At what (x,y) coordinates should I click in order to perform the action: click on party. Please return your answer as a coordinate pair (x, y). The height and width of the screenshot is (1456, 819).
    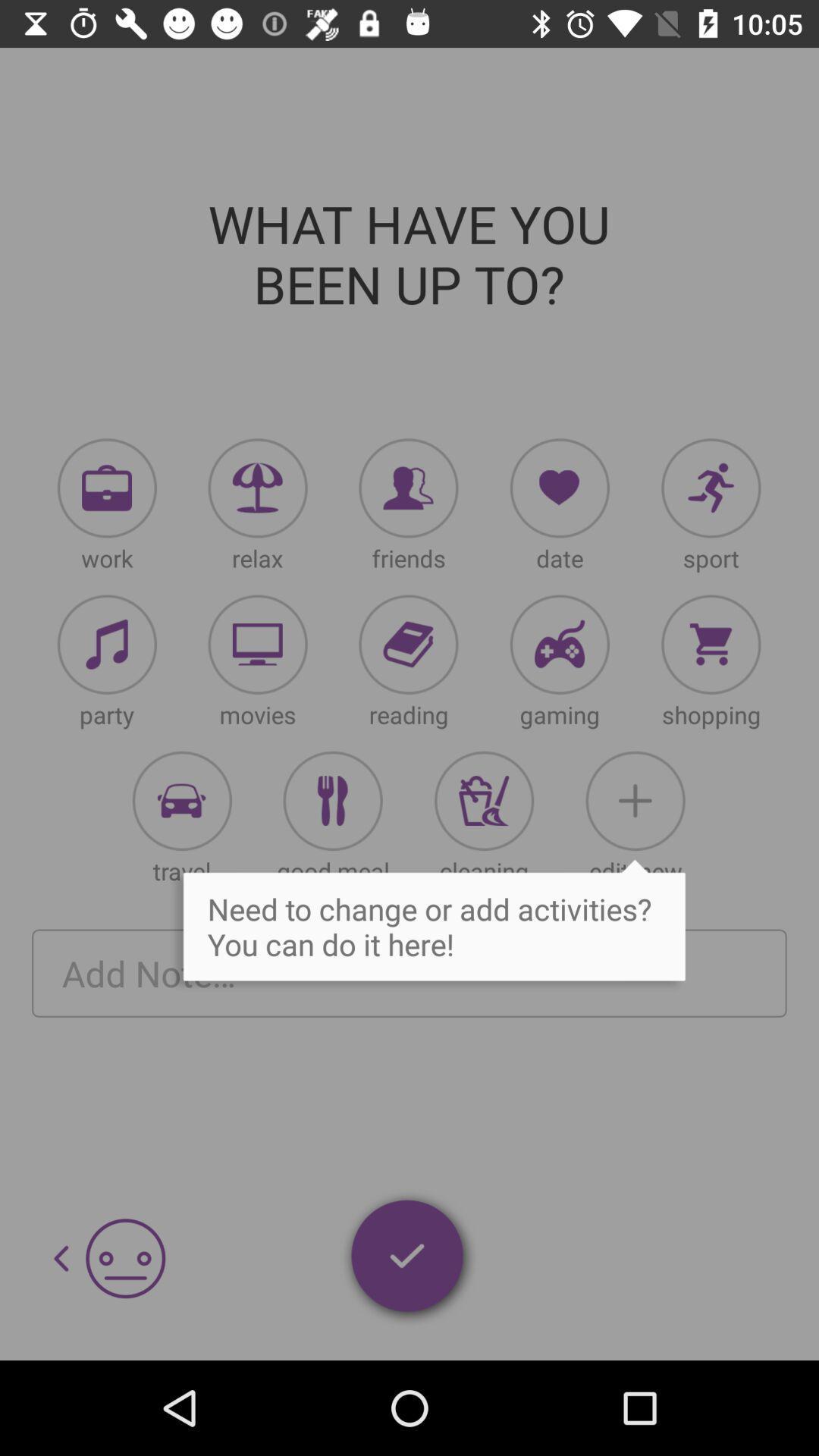
    Looking at the image, I should click on (106, 645).